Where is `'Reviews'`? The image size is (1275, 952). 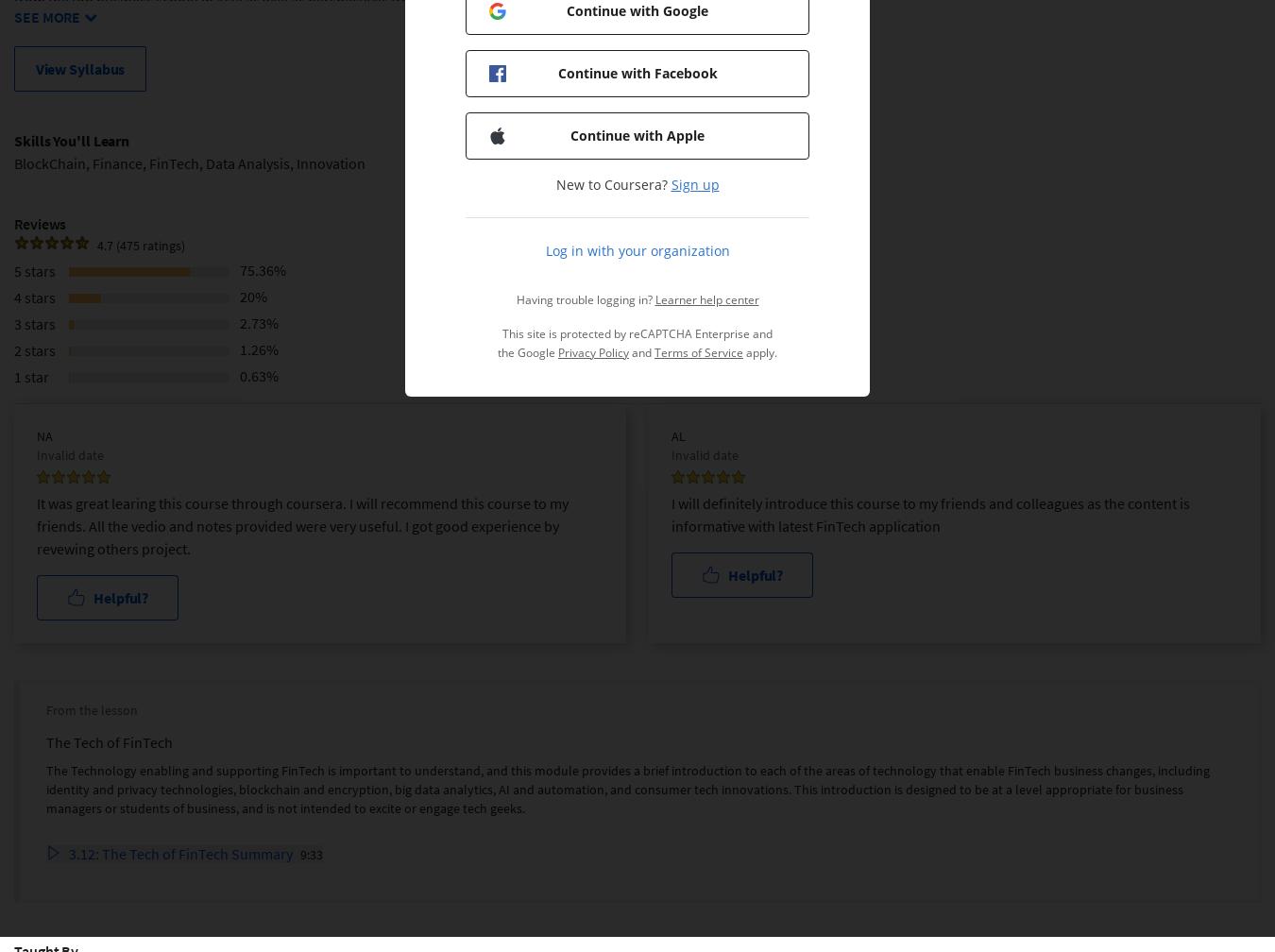 'Reviews' is located at coordinates (12, 222).